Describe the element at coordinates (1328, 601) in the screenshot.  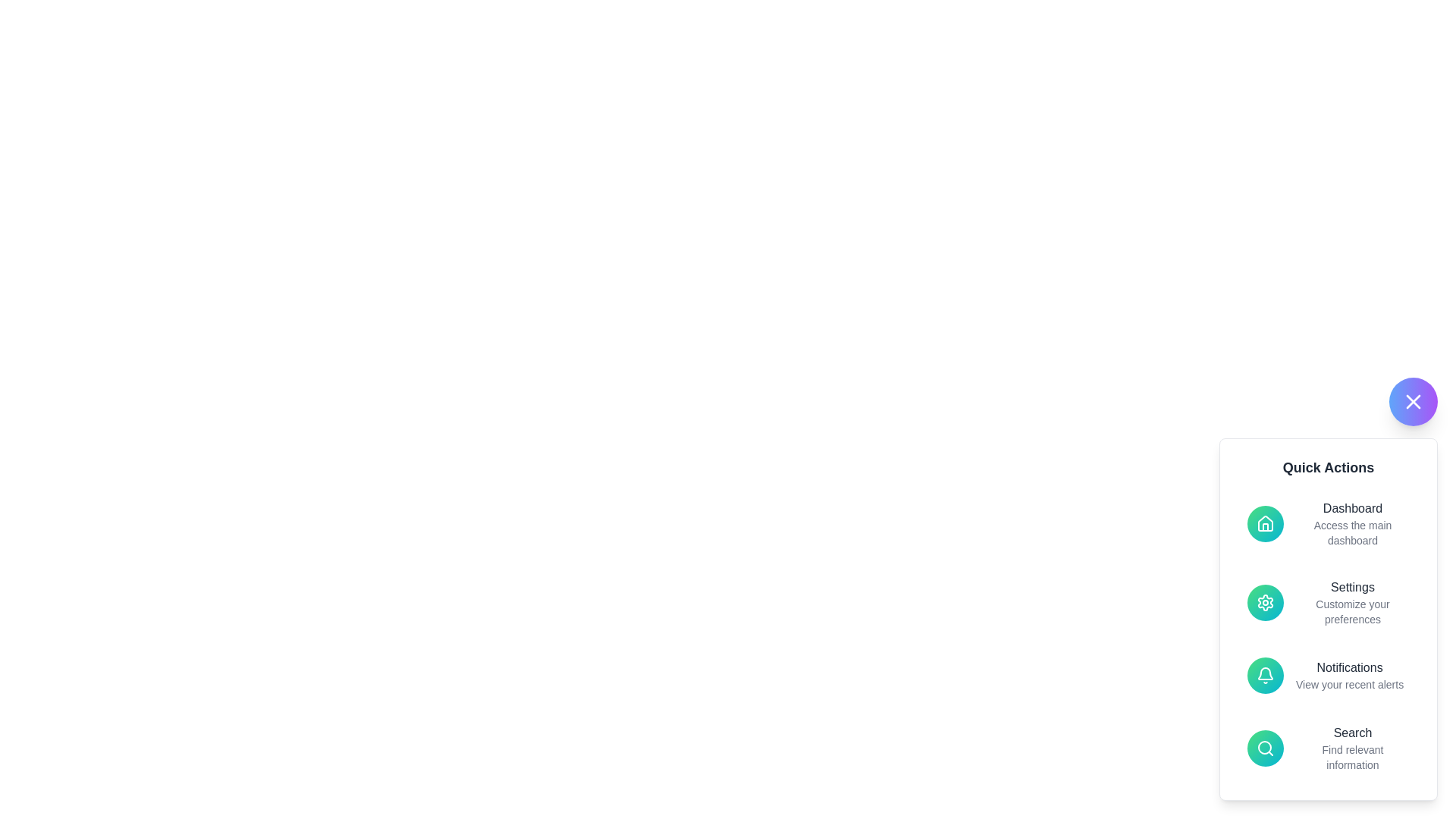
I see `the Settings option from the menu` at that location.